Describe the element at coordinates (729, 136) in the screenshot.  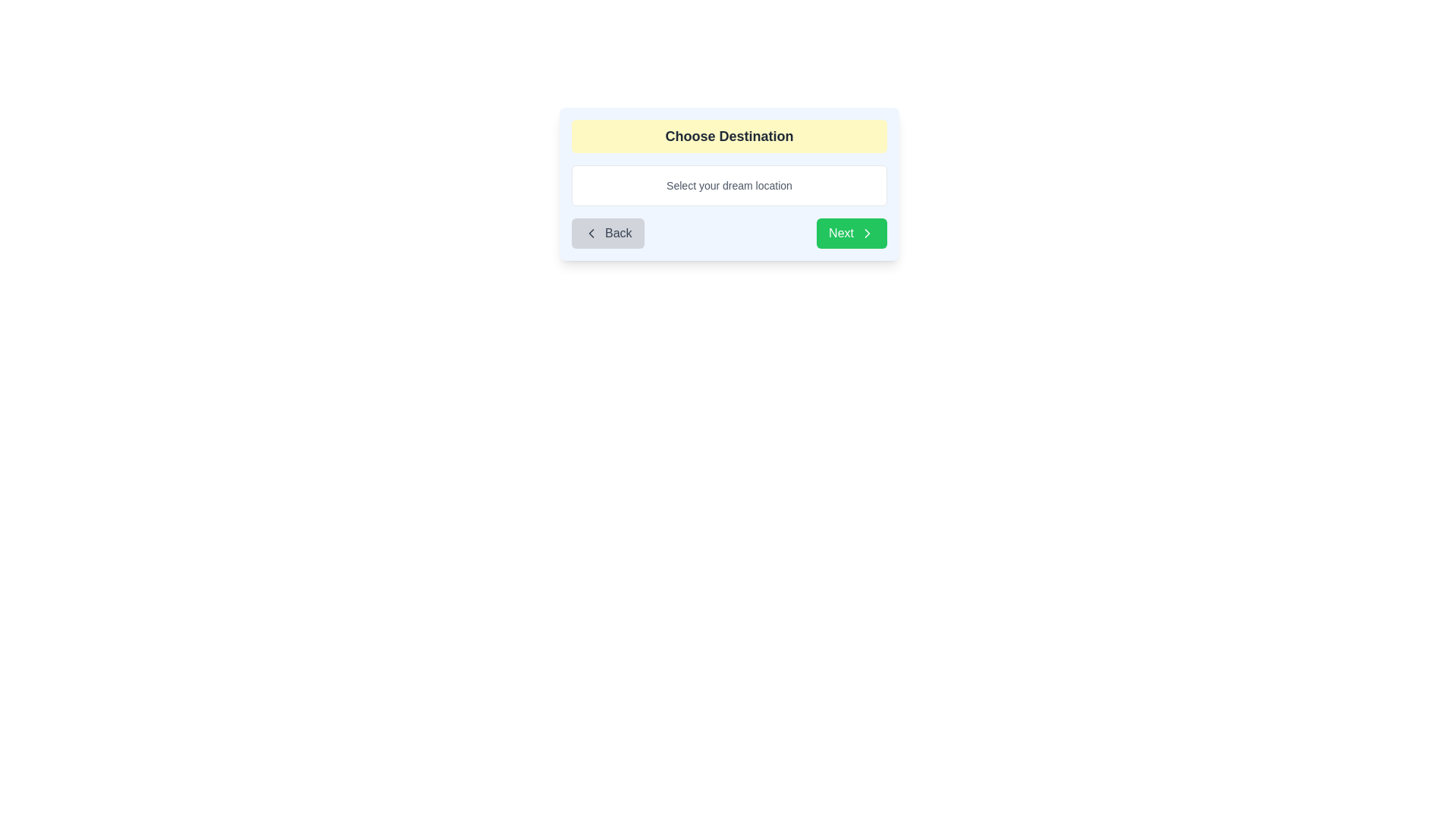
I see `informational heading located at the top of the yellow-highlighted section with rounded corners, which provides context or instructions about the next steps in the interface` at that location.